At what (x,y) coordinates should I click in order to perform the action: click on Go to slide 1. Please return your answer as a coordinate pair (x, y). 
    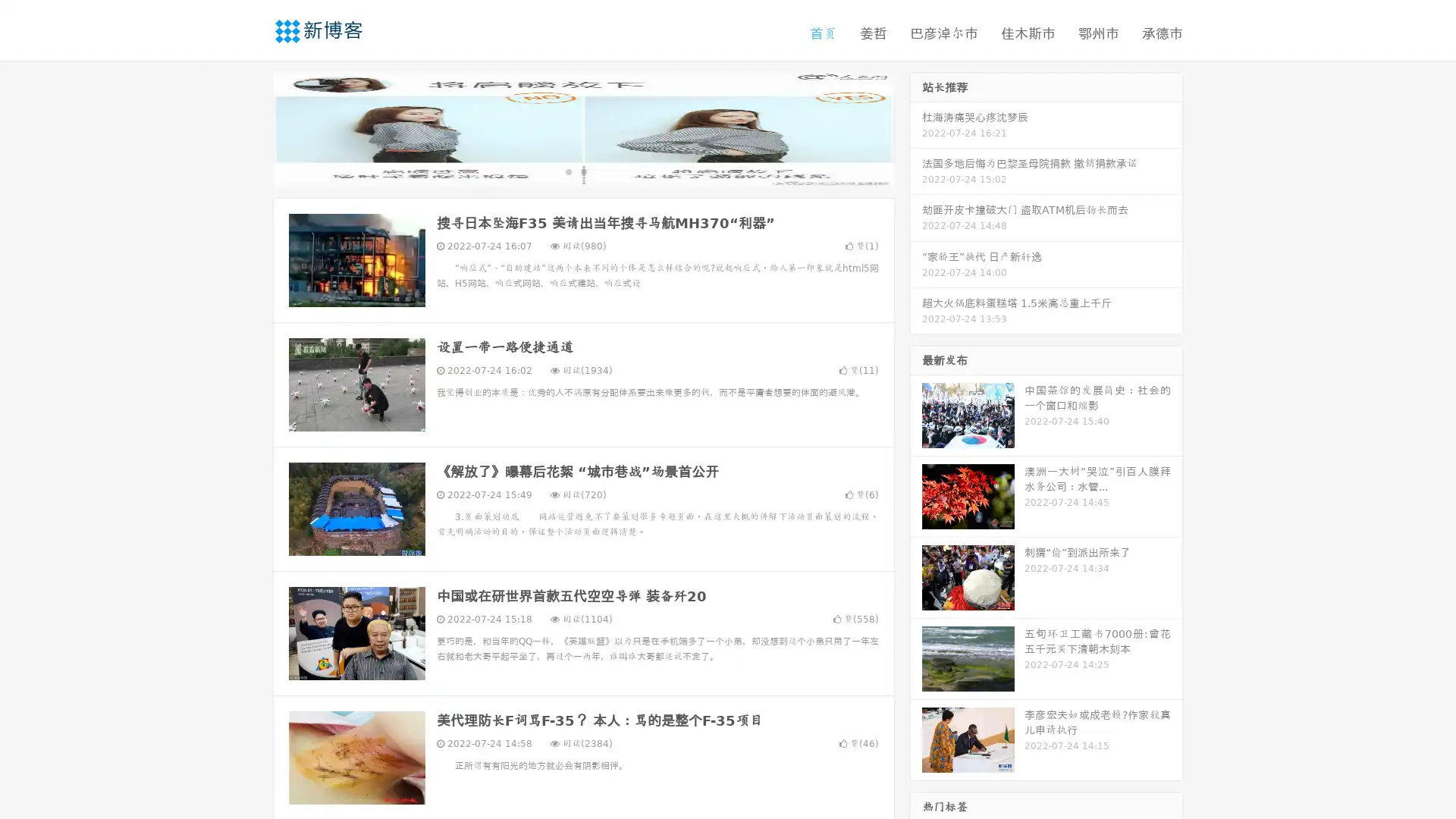
    Looking at the image, I should click on (567, 171).